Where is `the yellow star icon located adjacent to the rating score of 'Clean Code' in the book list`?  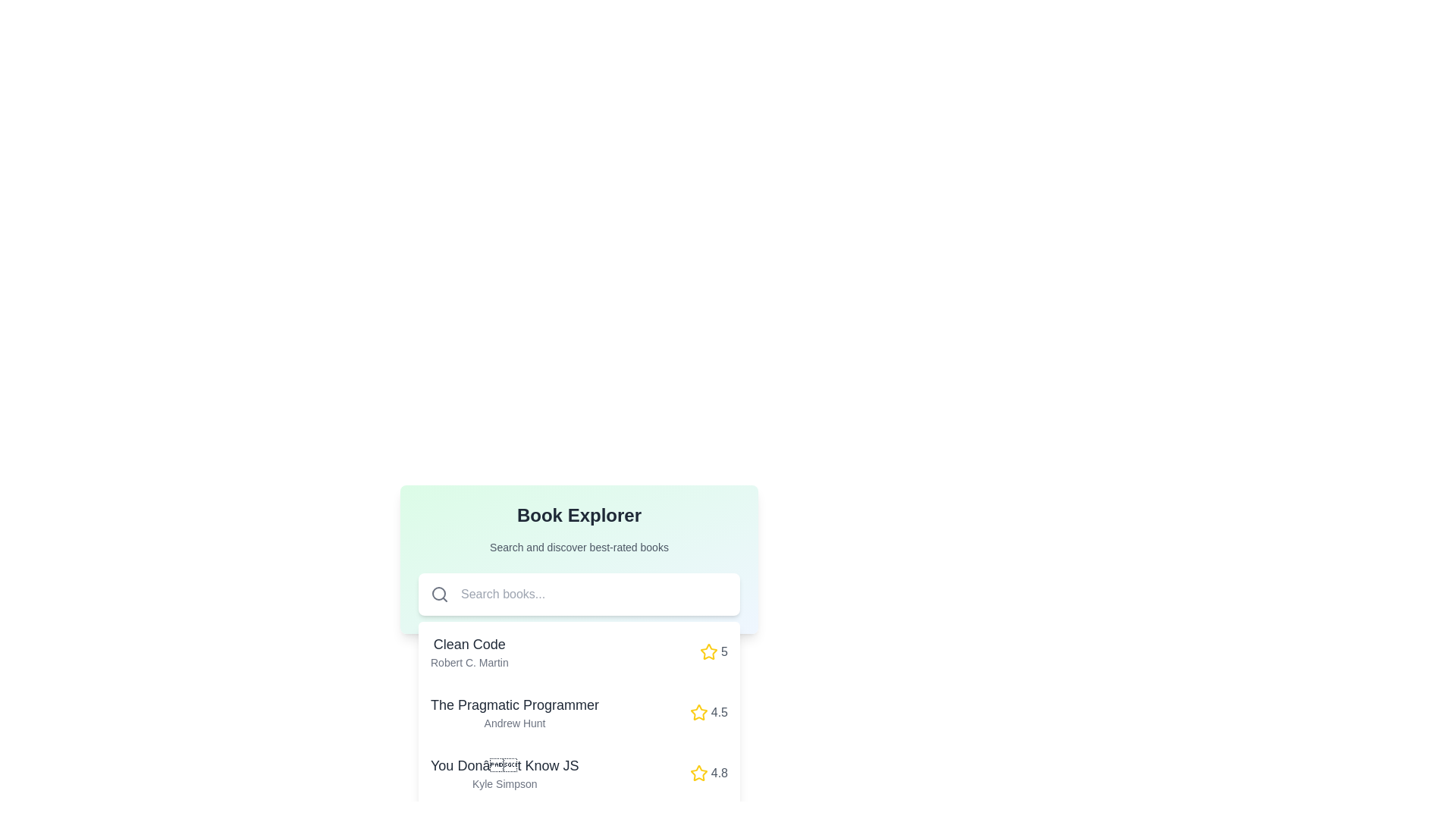
the yellow star icon located adjacent to the rating score of 'Clean Code' in the book list is located at coordinates (708, 651).